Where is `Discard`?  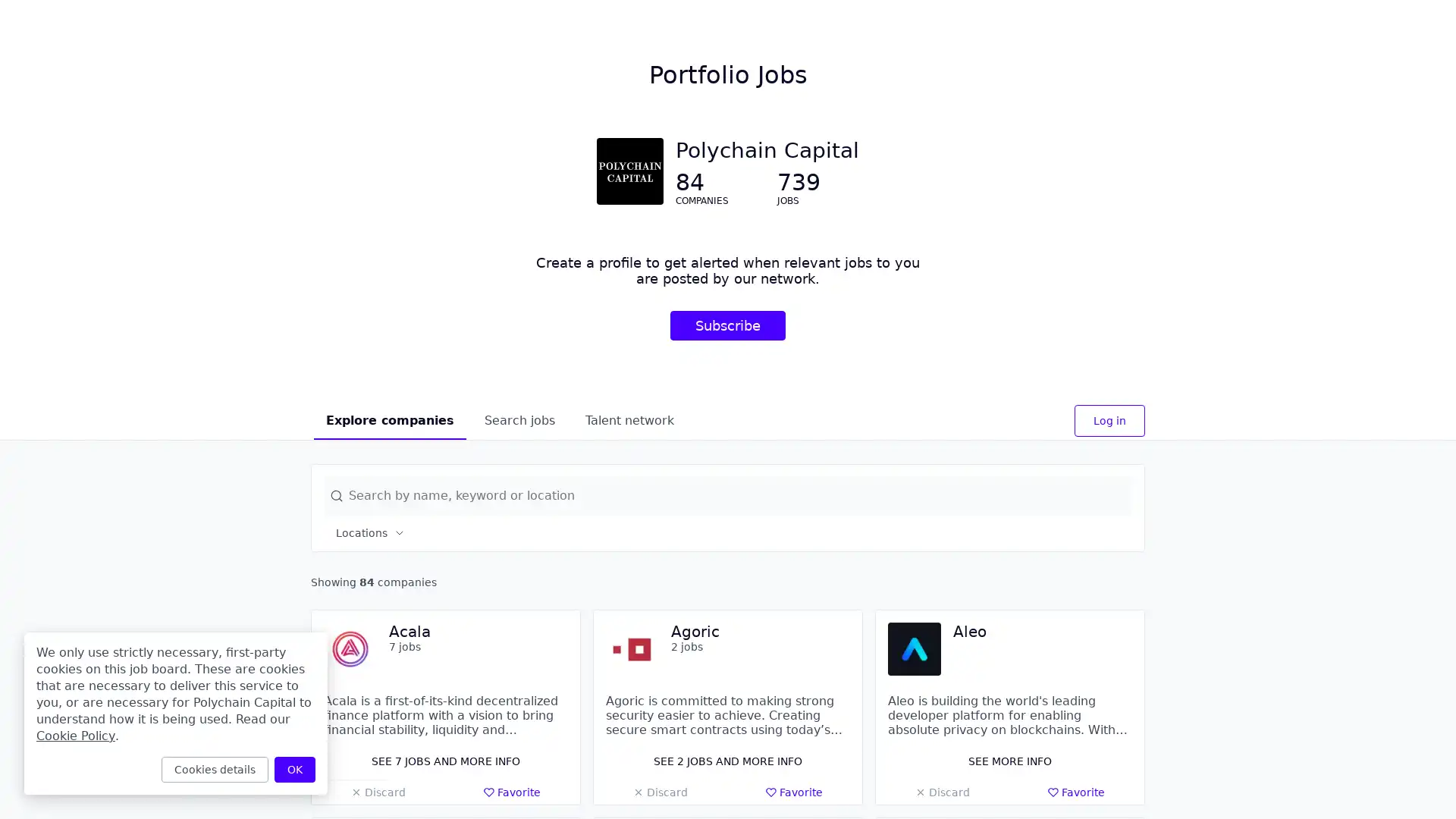 Discard is located at coordinates (660, 792).